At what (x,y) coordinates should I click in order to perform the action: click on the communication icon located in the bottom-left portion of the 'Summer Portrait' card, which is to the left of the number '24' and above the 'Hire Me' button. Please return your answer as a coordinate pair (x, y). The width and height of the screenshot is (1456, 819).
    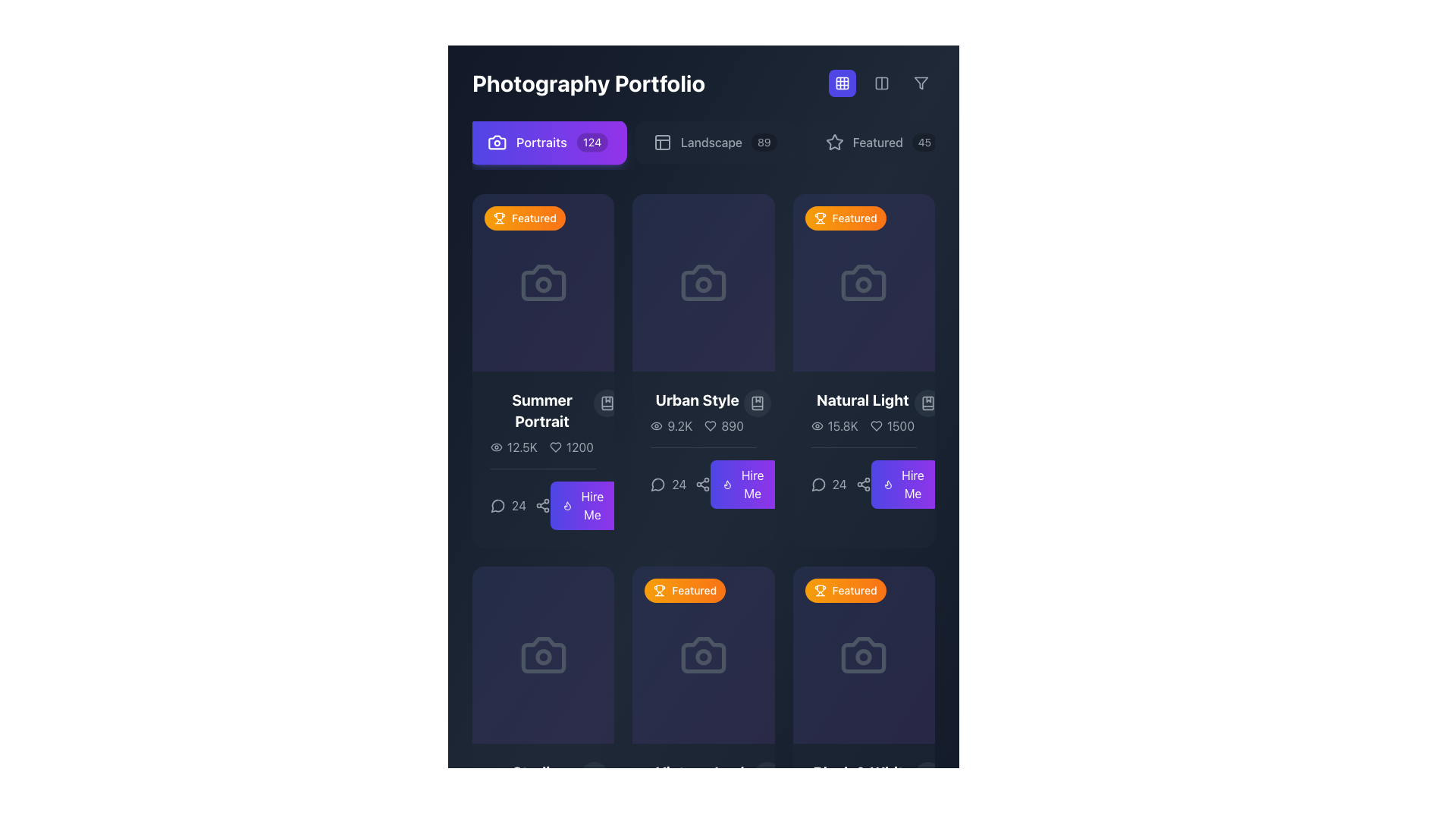
    Looking at the image, I should click on (498, 506).